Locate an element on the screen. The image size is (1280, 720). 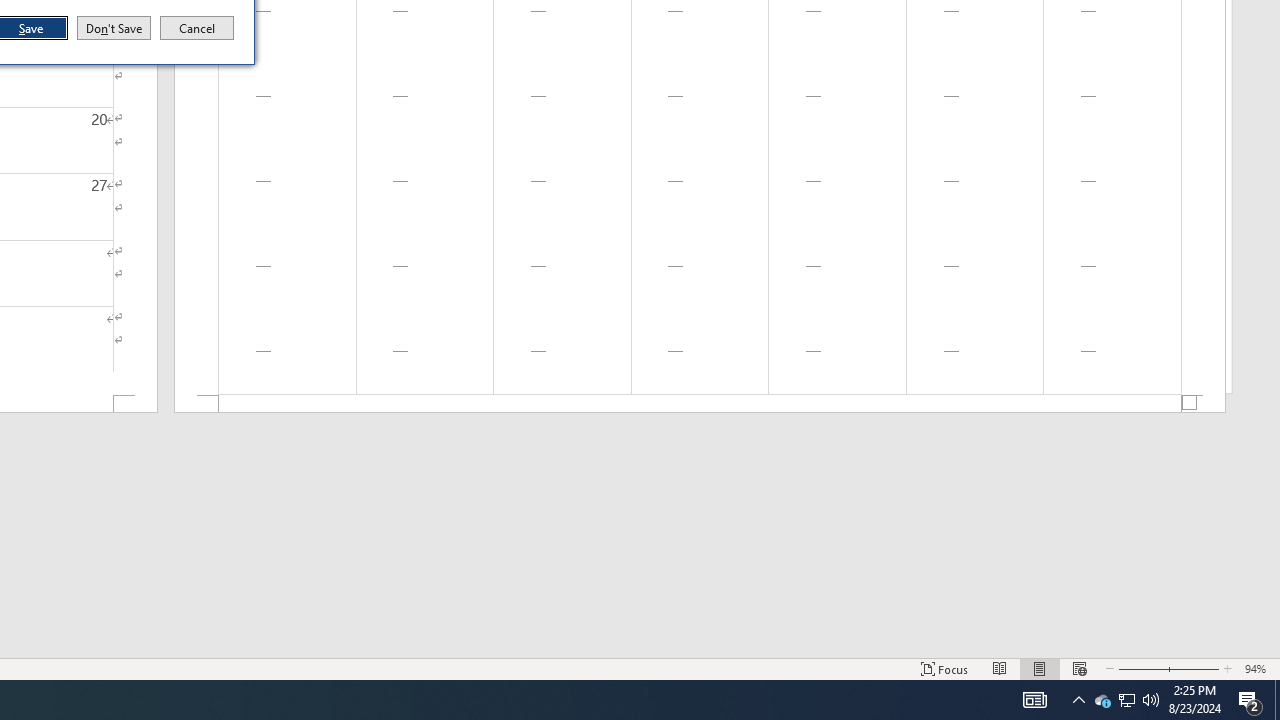
'Don' is located at coordinates (112, 28).